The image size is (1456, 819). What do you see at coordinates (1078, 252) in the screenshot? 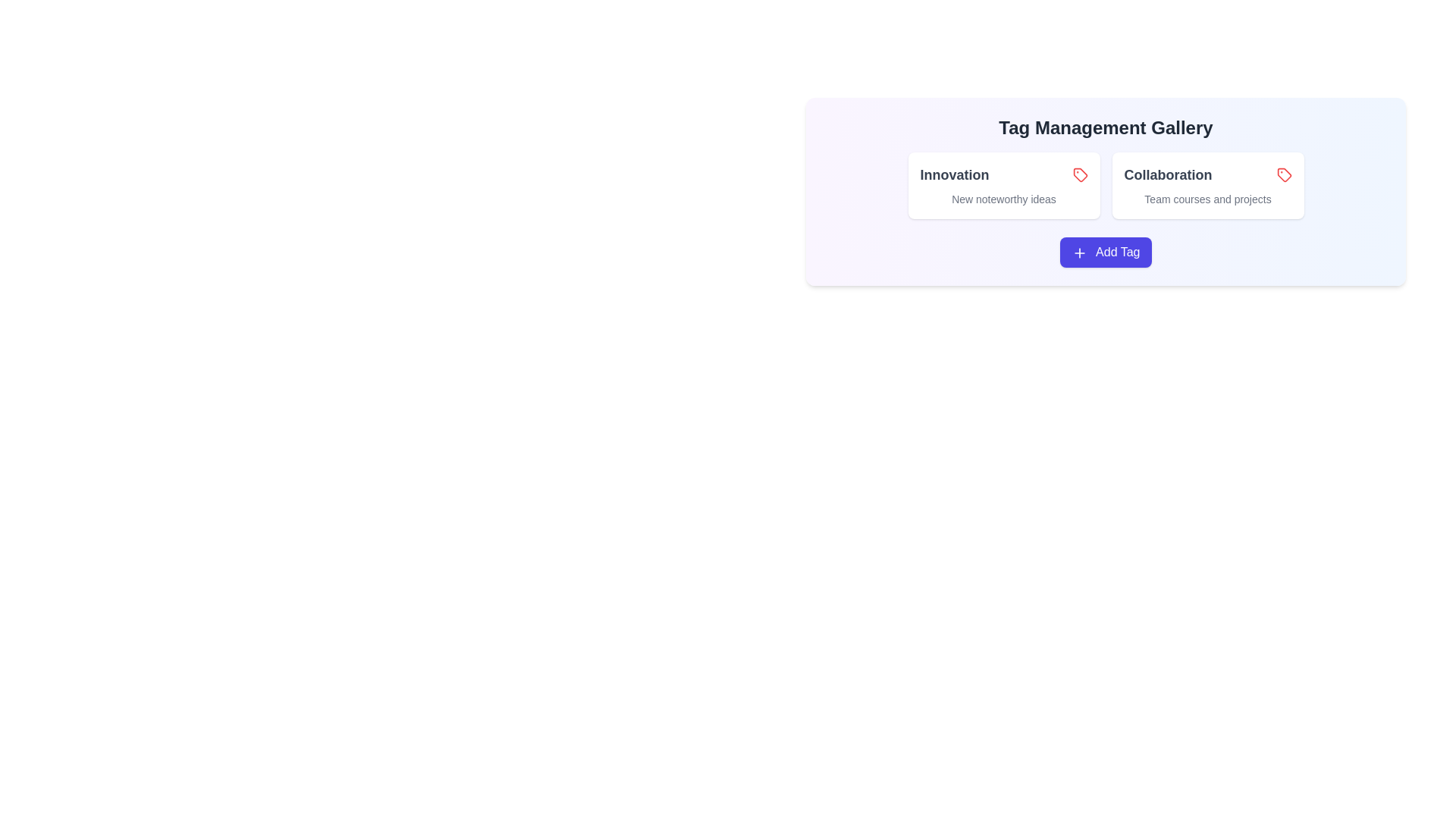
I see `the 'Add Tag' button, which contains a plus icon styled with a pale line representing a cross` at bounding box center [1078, 252].